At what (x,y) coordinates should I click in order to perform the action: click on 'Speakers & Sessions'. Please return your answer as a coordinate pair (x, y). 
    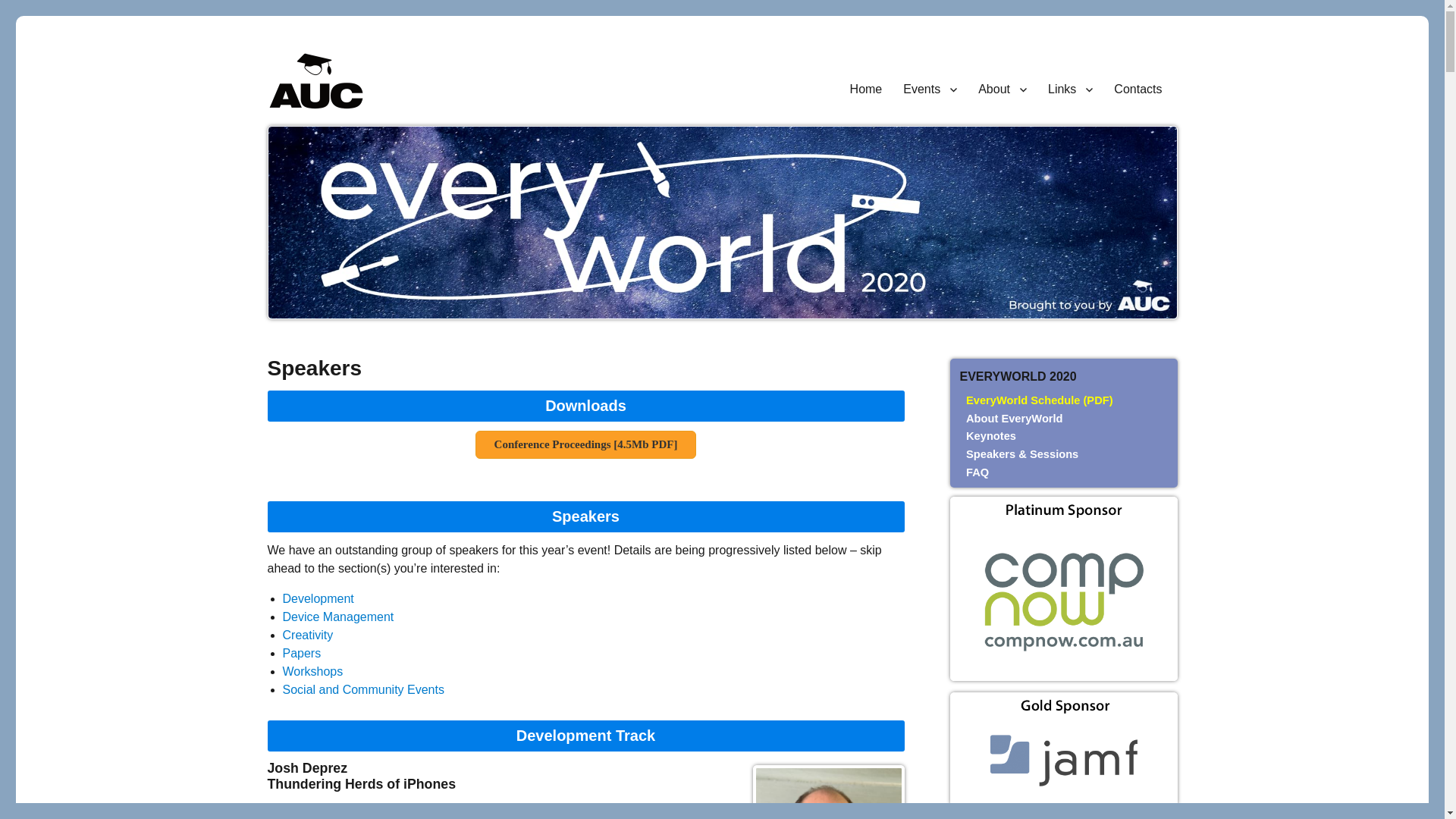
    Looking at the image, I should click on (1022, 453).